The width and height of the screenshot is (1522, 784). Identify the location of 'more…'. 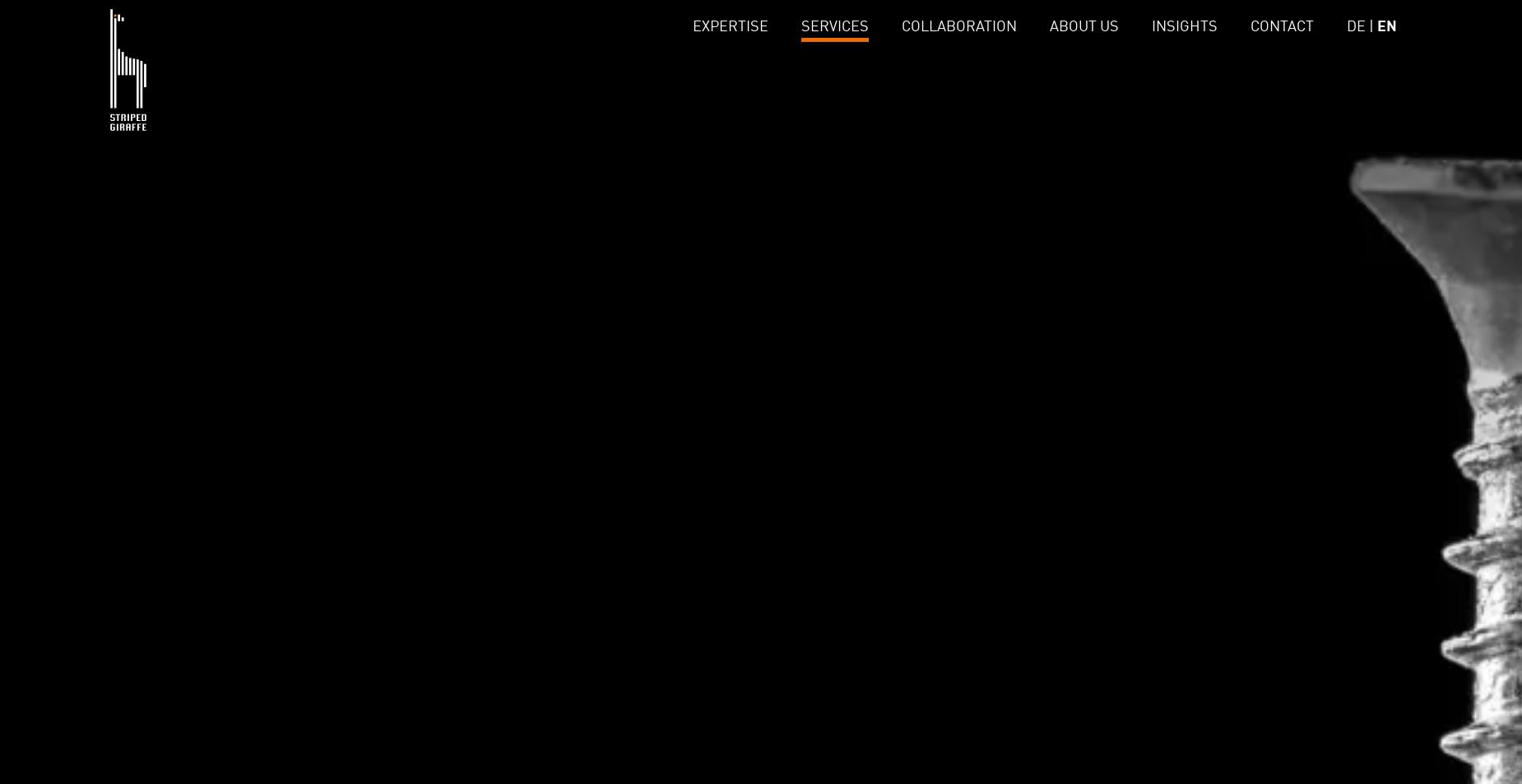
(592, 147).